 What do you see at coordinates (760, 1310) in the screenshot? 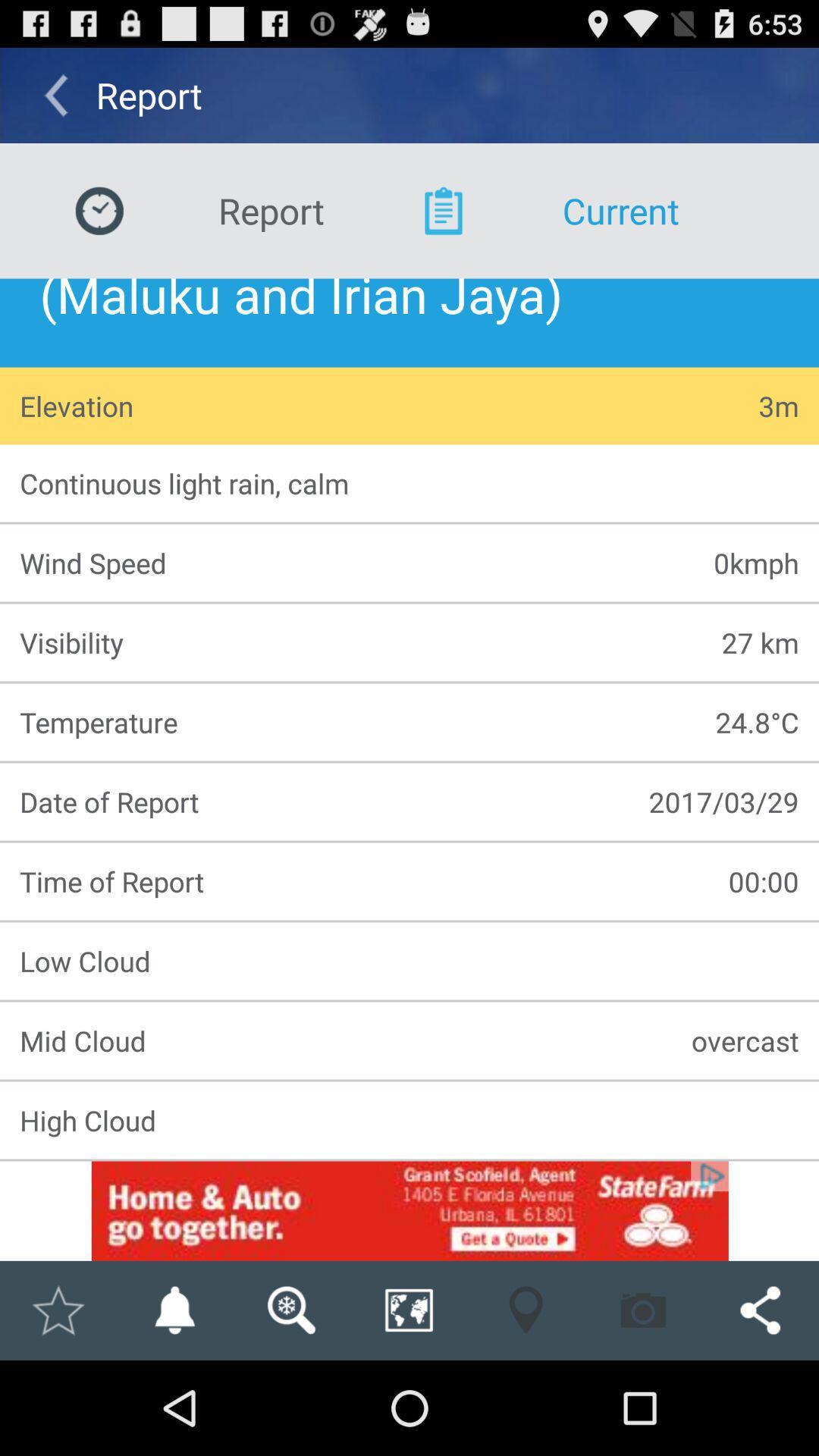
I see `share the option` at bounding box center [760, 1310].